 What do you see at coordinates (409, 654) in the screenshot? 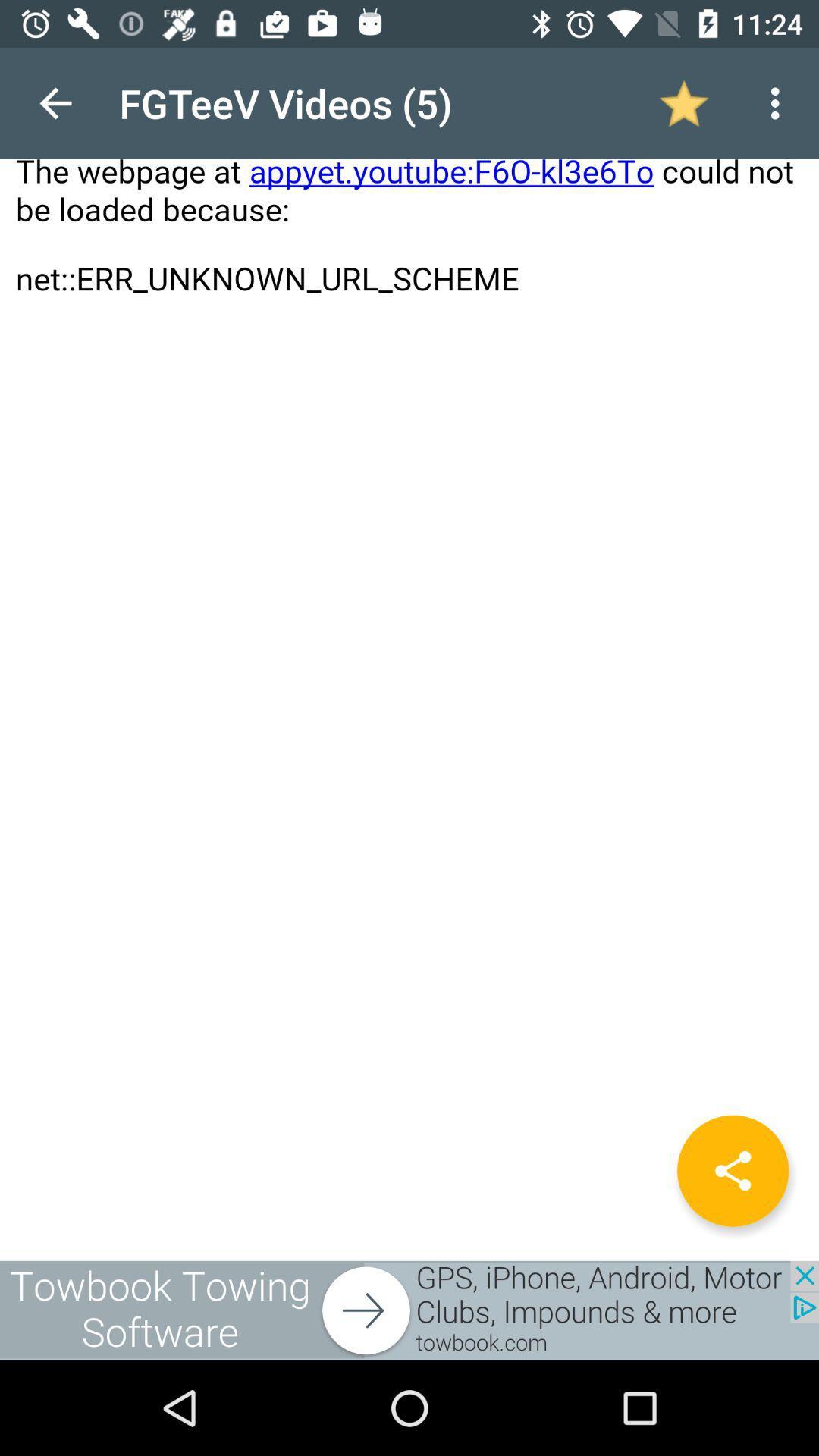
I see `erro` at bounding box center [409, 654].